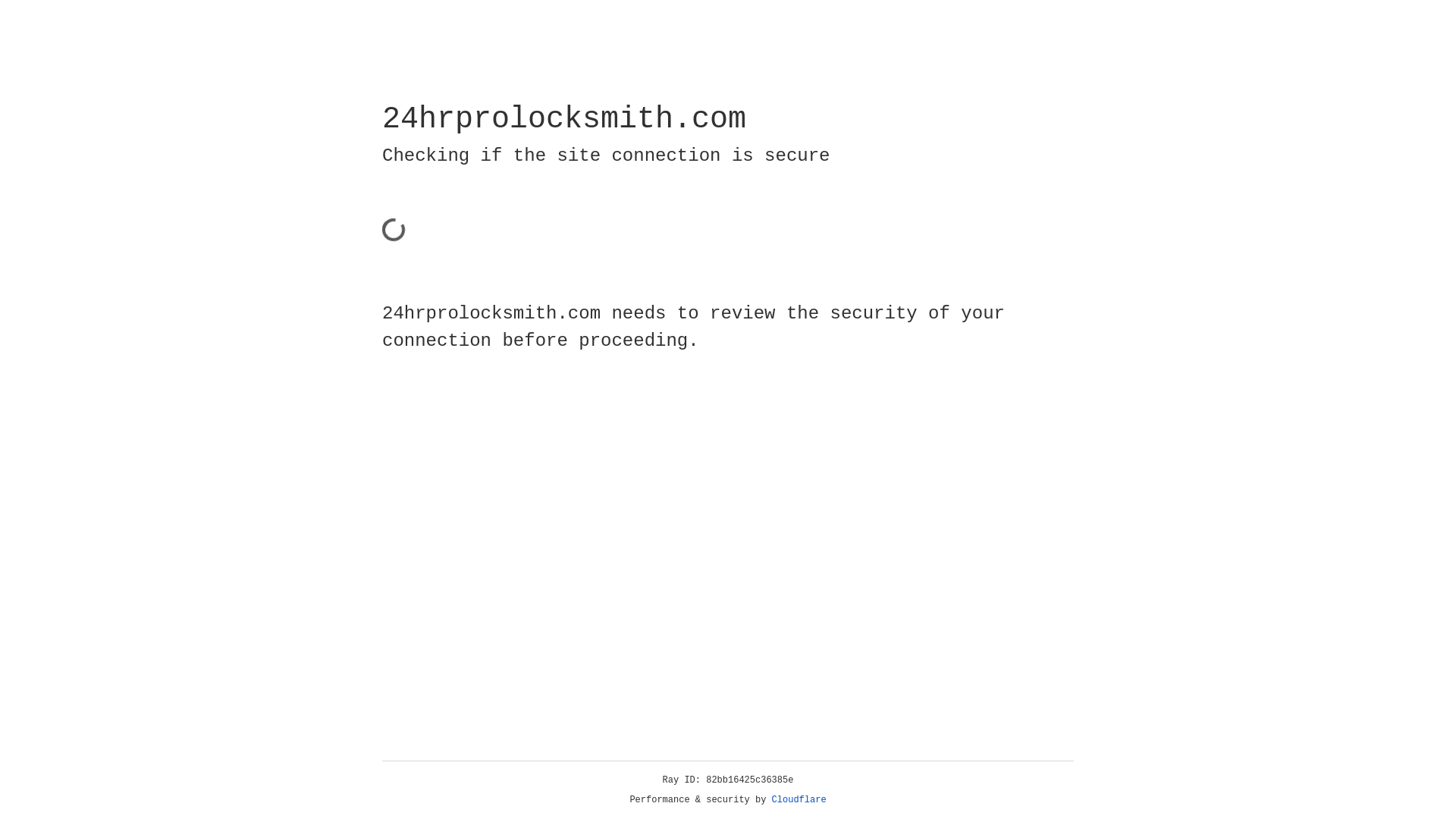 Image resolution: width=1456 pixels, height=819 pixels. Describe the element at coordinates (799, 799) in the screenshot. I see `'Cloudflare'` at that location.